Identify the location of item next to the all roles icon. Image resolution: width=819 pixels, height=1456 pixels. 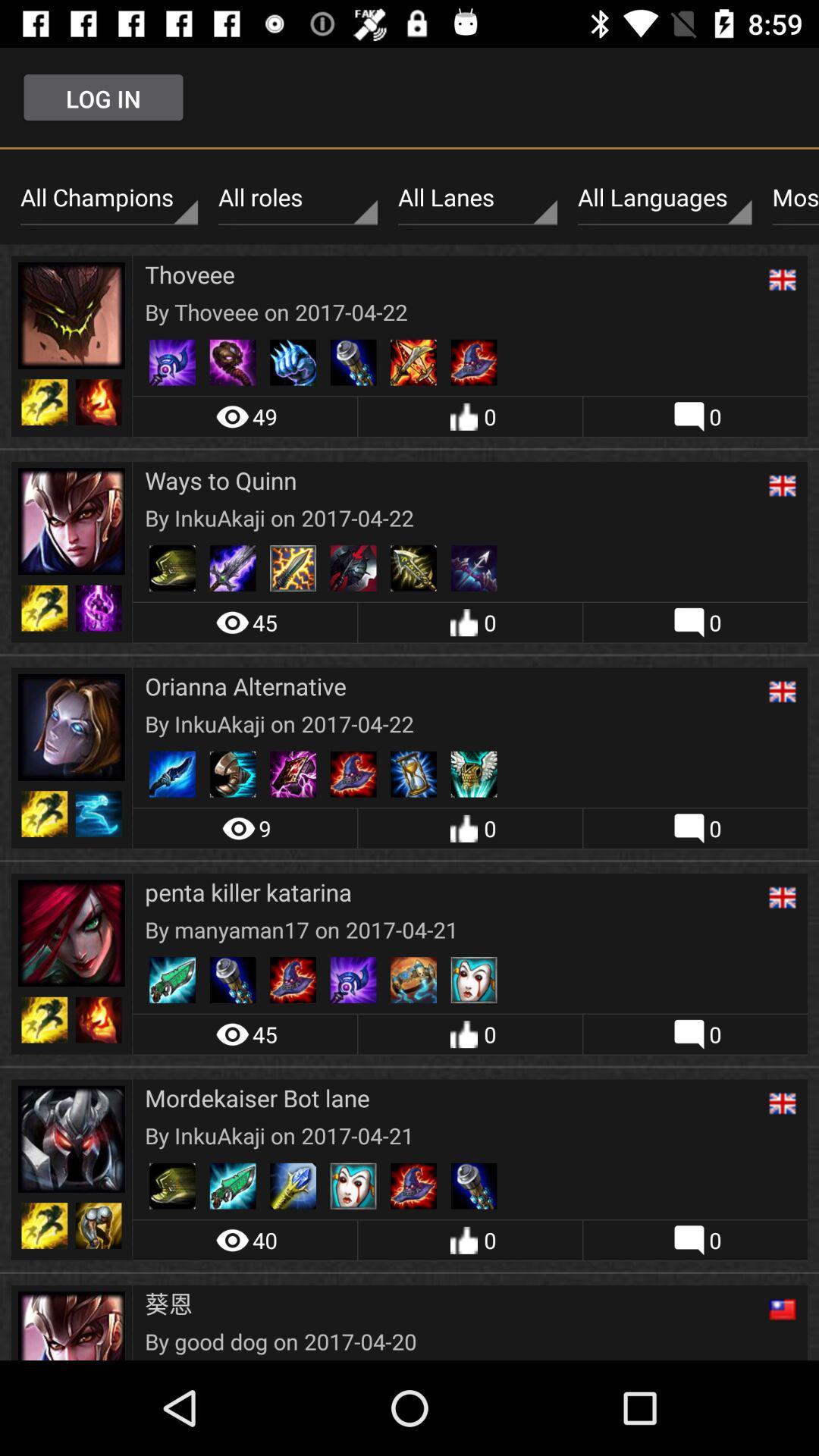
(108, 197).